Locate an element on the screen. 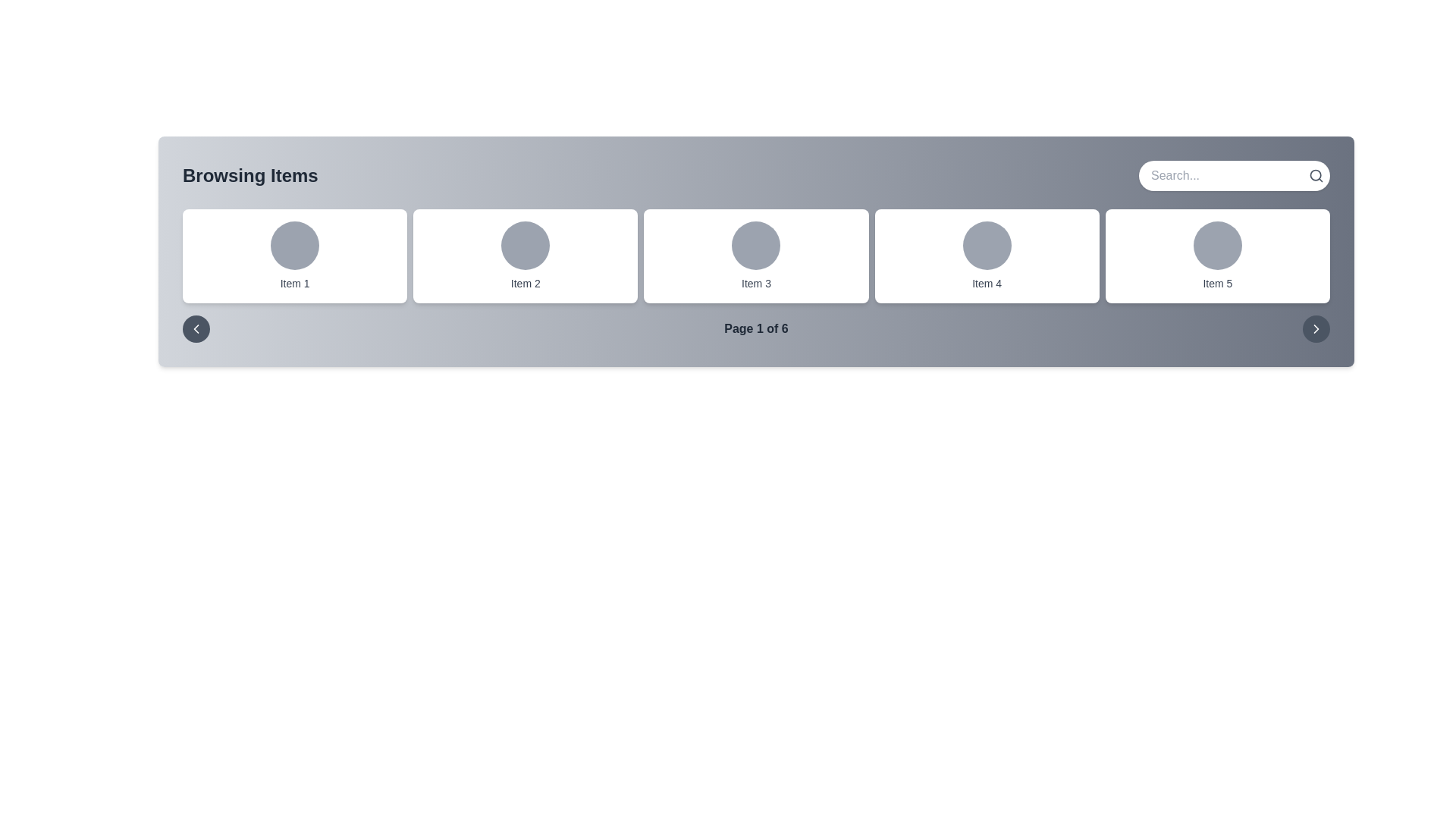 The image size is (1456, 819). the right-facing arrow icon located at the bottom-right corner of the panel is located at coordinates (1316, 328).